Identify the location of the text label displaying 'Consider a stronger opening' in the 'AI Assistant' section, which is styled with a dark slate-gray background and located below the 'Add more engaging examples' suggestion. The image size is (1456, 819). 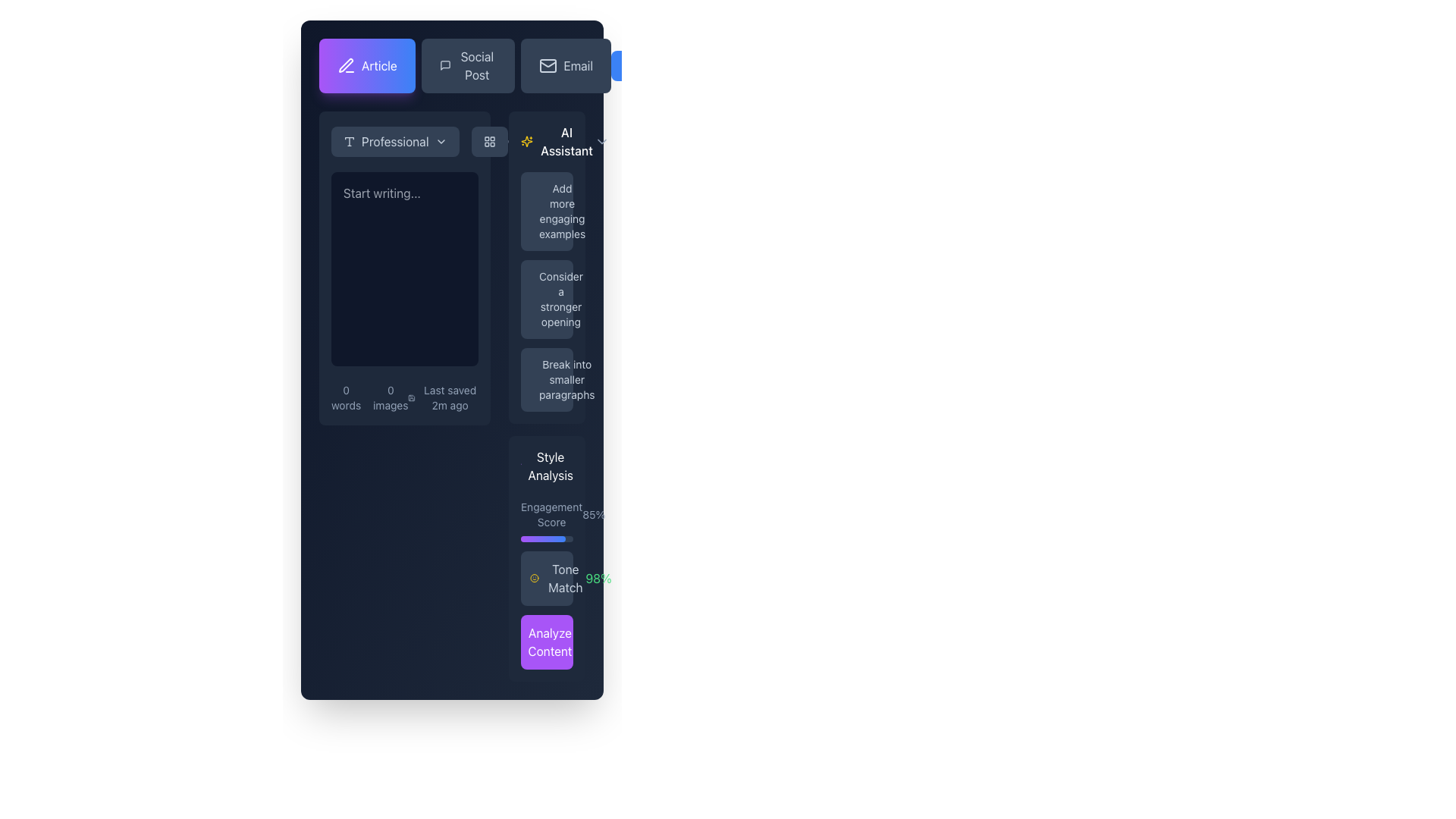
(560, 299).